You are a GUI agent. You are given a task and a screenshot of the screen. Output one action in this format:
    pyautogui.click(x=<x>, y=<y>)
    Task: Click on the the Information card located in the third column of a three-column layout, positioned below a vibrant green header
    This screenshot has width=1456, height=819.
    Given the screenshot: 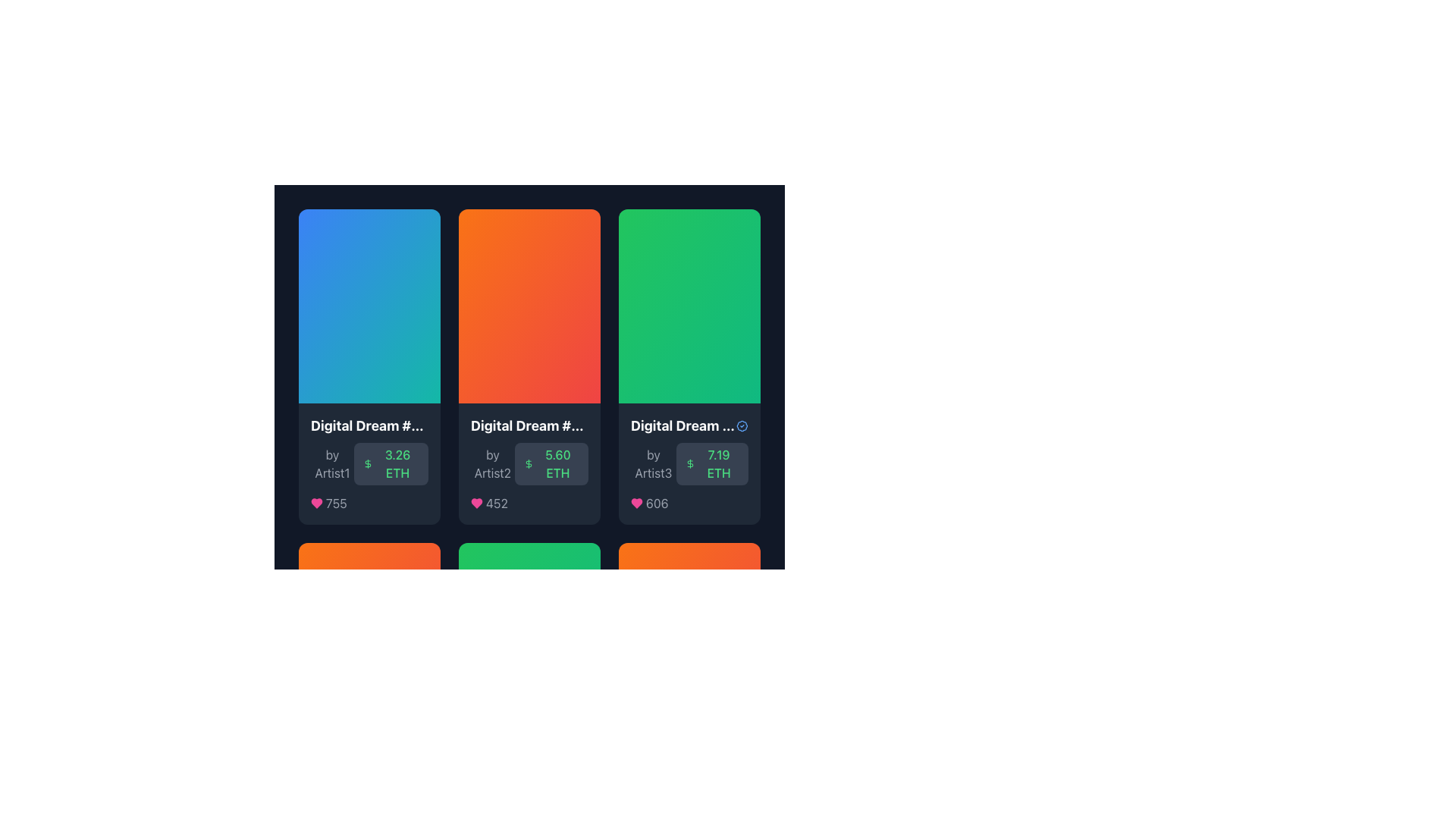 What is the action you would take?
    pyautogui.click(x=689, y=463)
    